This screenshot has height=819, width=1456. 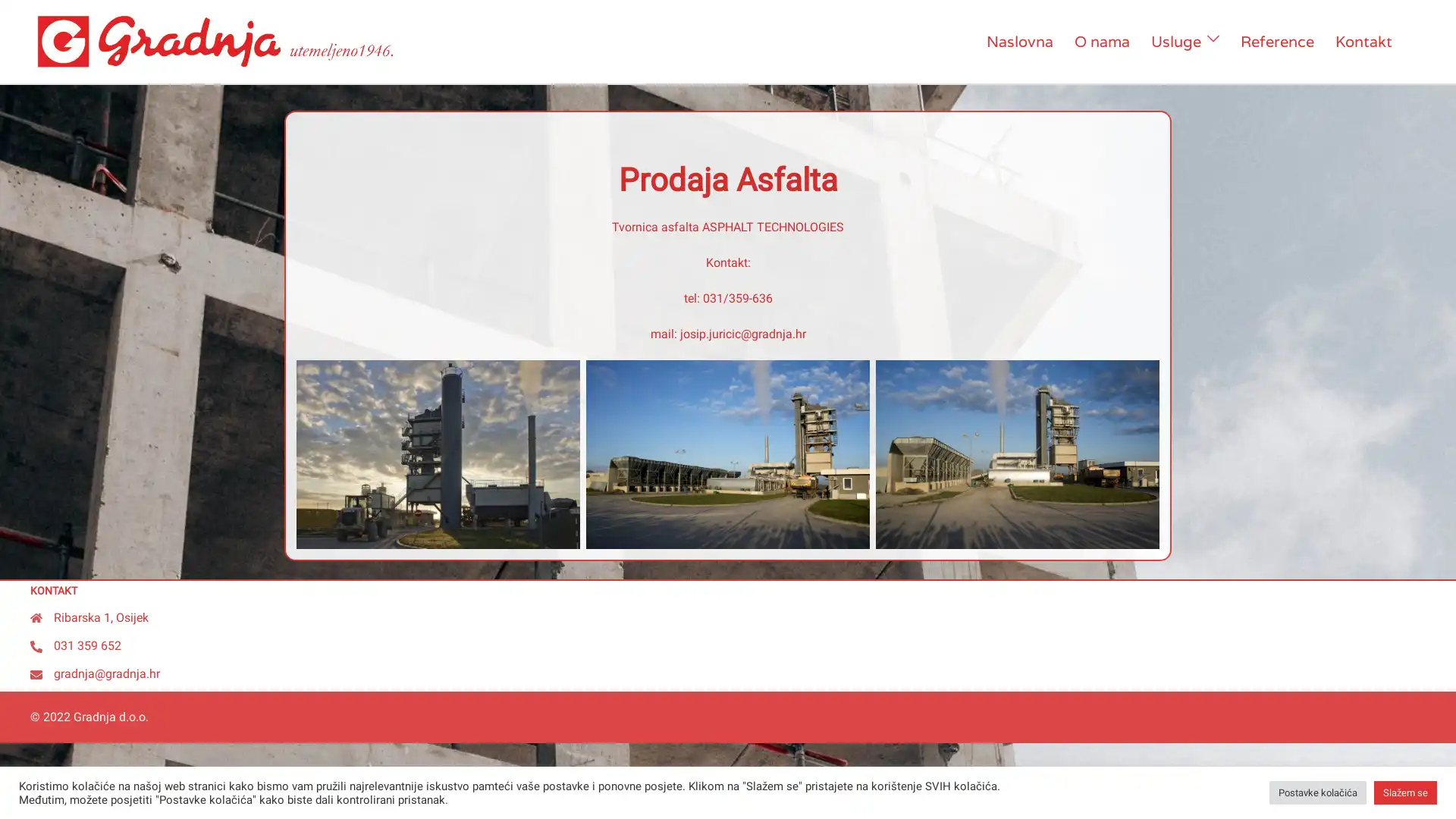 I want to click on Postavke kolacica, so click(x=1316, y=792).